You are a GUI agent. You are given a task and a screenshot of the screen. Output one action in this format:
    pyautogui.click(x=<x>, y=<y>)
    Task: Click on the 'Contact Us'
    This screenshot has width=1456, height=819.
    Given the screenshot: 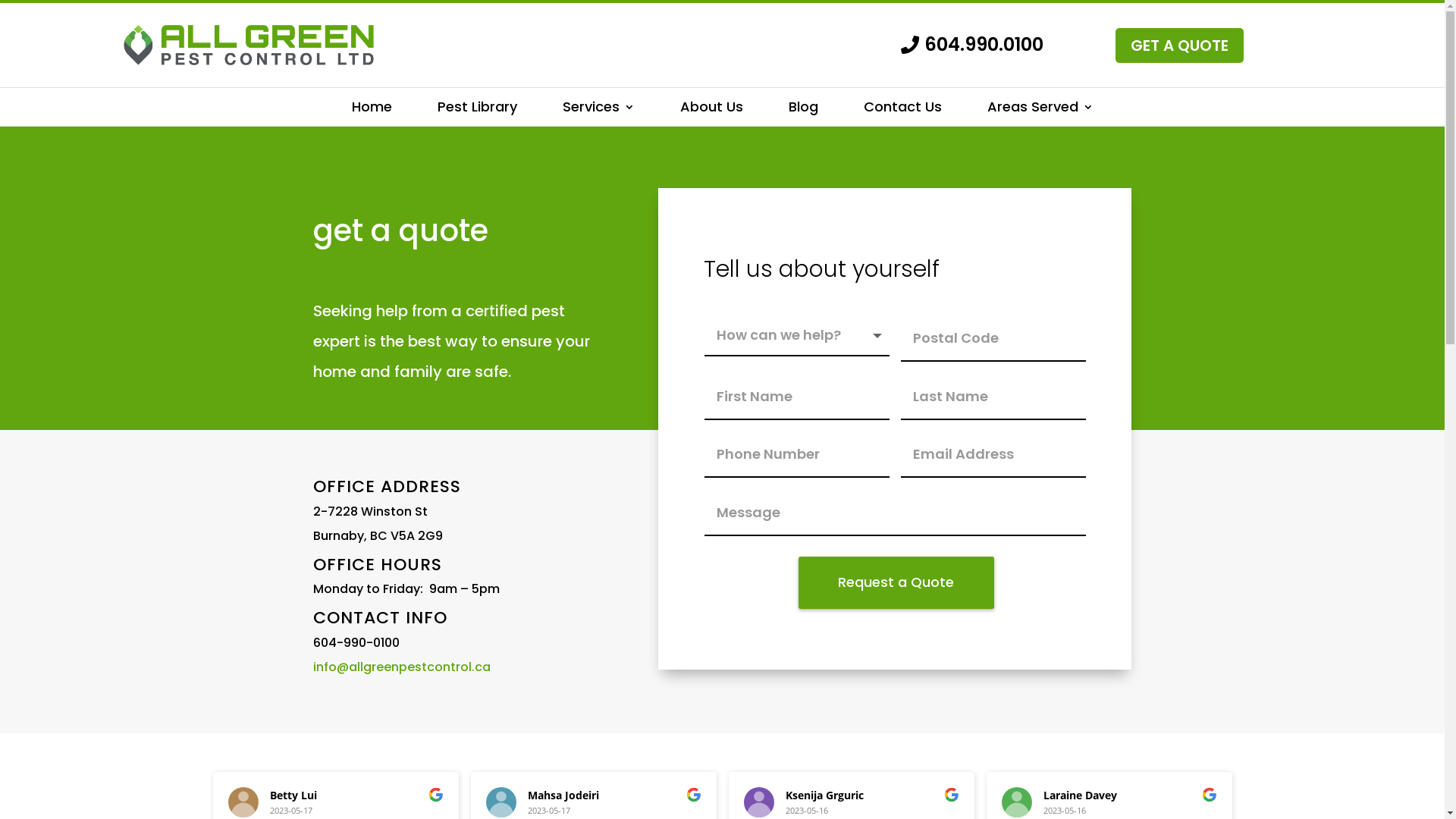 What is the action you would take?
    pyautogui.click(x=902, y=109)
    